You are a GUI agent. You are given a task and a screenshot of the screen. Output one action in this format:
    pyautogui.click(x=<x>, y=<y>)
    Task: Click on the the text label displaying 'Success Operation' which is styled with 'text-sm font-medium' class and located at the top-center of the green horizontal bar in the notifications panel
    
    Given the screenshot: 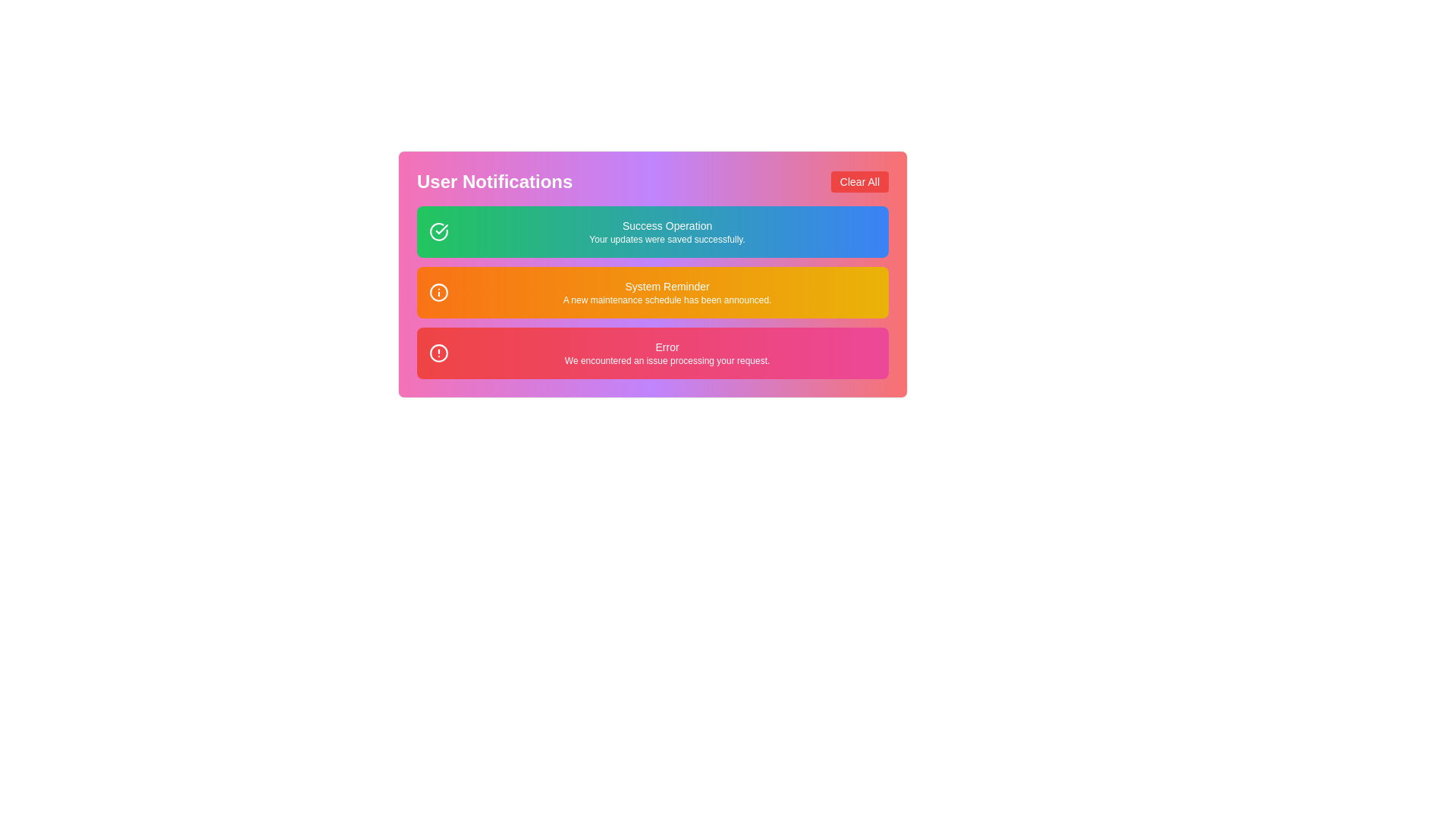 What is the action you would take?
    pyautogui.click(x=667, y=225)
    